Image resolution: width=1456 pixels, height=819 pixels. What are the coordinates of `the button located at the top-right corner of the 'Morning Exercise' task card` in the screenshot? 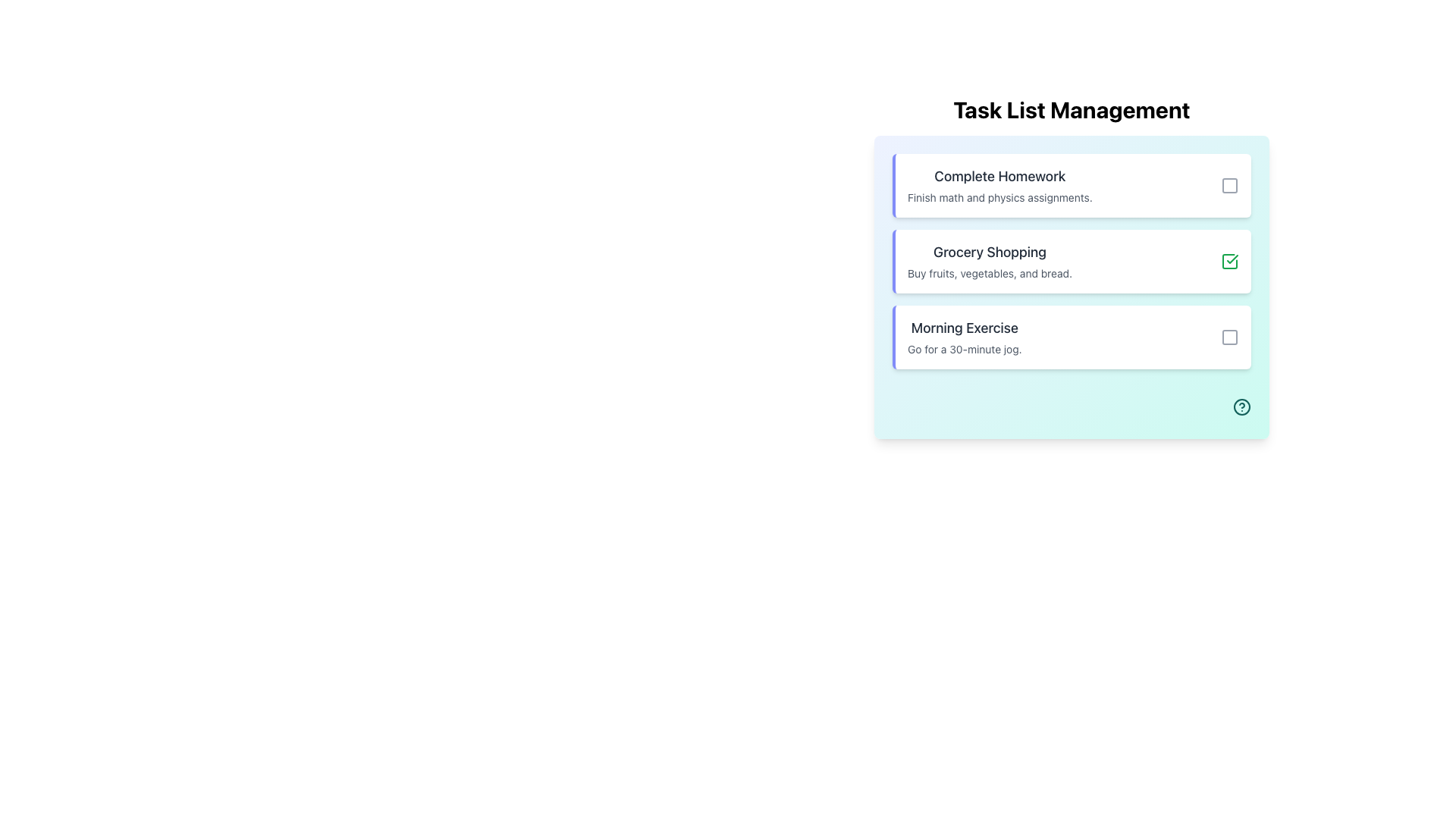 It's located at (1230, 336).